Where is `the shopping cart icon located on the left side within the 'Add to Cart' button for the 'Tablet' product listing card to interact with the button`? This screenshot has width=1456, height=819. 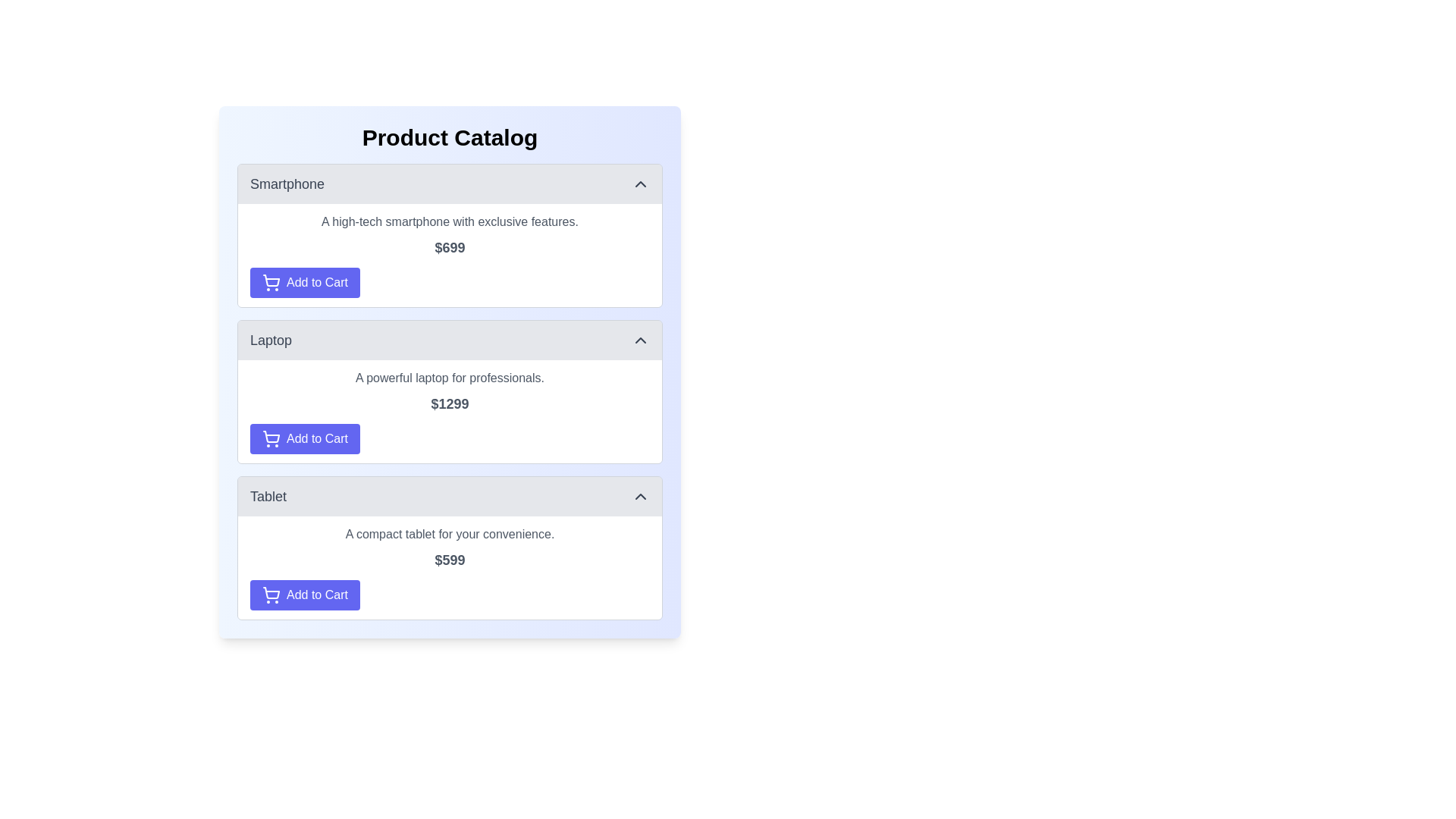
the shopping cart icon located on the left side within the 'Add to Cart' button for the 'Tablet' product listing card to interact with the button is located at coordinates (271, 595).